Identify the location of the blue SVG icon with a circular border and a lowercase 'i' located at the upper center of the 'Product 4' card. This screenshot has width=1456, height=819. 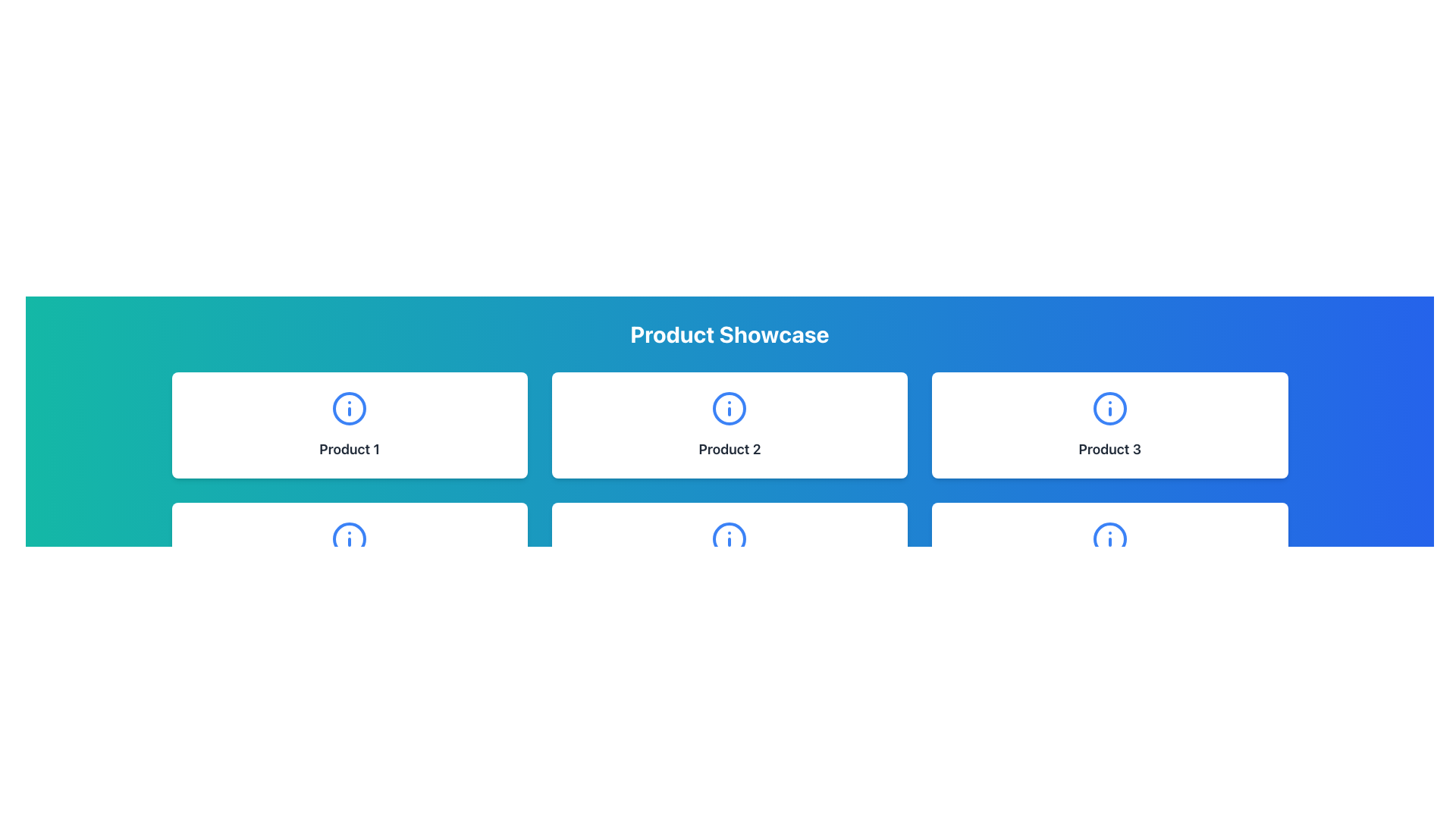
(349, 538).